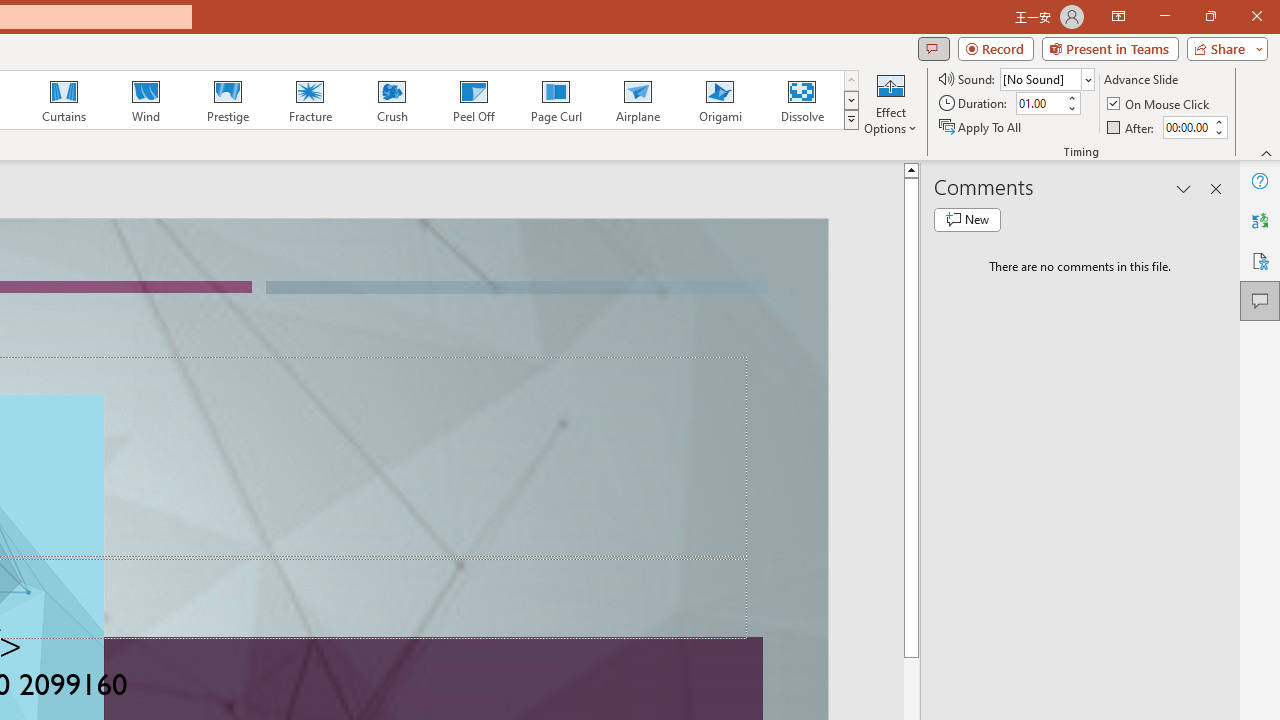 This screenshot has width=1280, height=720. What do you see at coordinates (144, 100) in the screenshot?
I see `'Wind'` at bounding box center [144, 100].